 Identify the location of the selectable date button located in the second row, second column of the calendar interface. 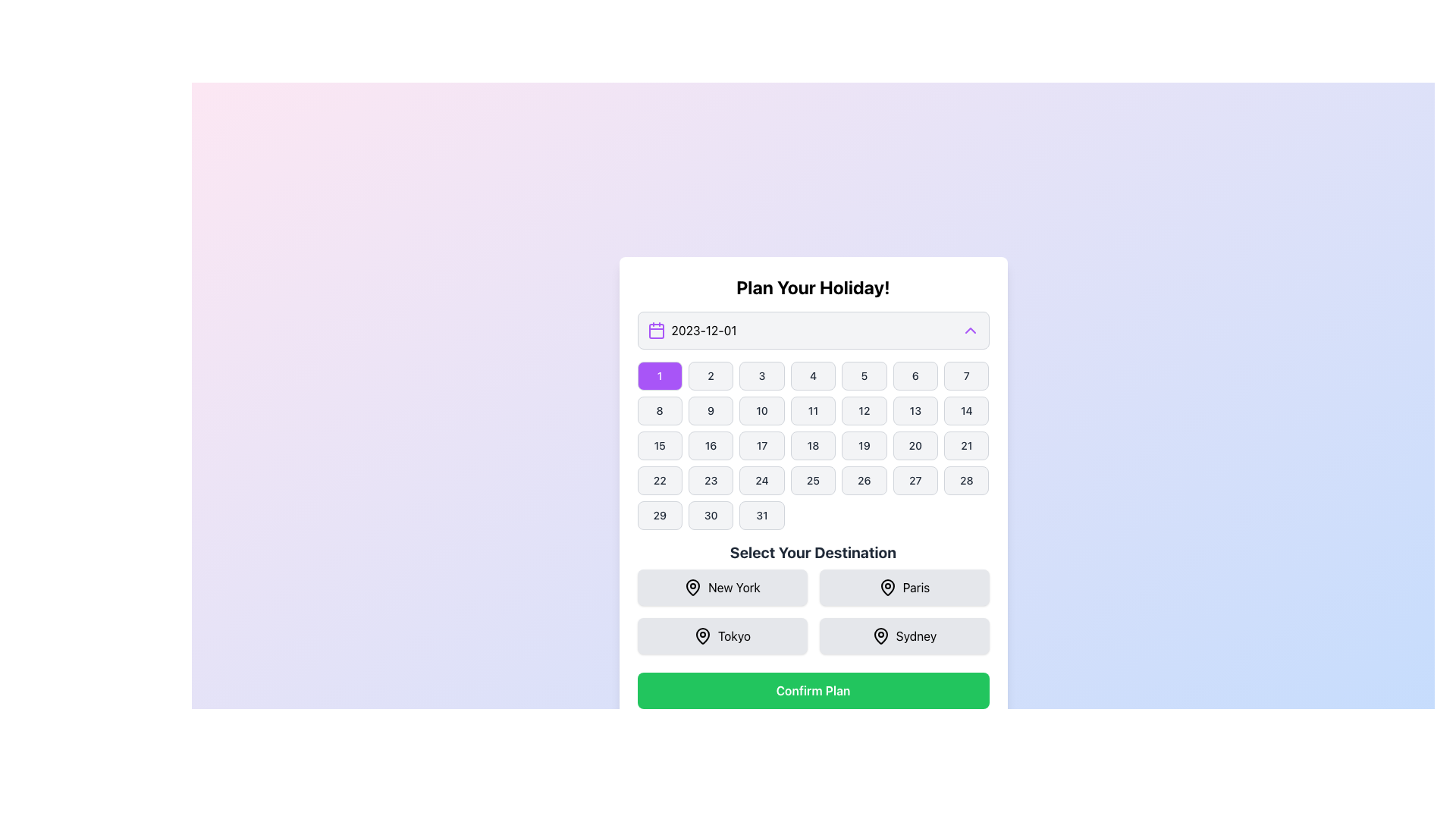
(710, 411).